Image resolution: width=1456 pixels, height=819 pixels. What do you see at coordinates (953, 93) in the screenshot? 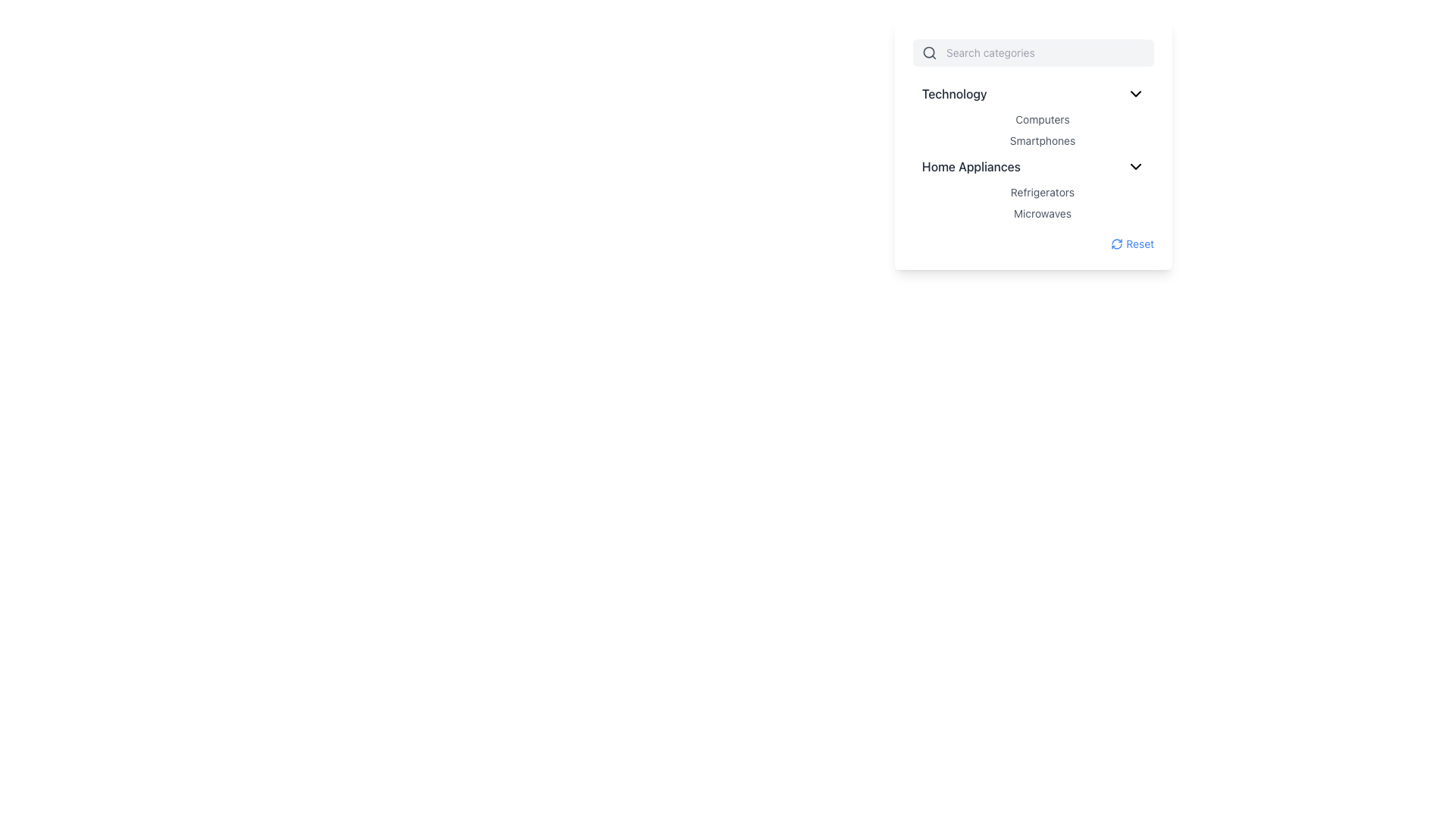
I see `the text label that displays the word 'Technology', which is styled in a medium font weight and dark gray color, located at the left side of a menu header under a search bar` at bounding box center [953, 93].